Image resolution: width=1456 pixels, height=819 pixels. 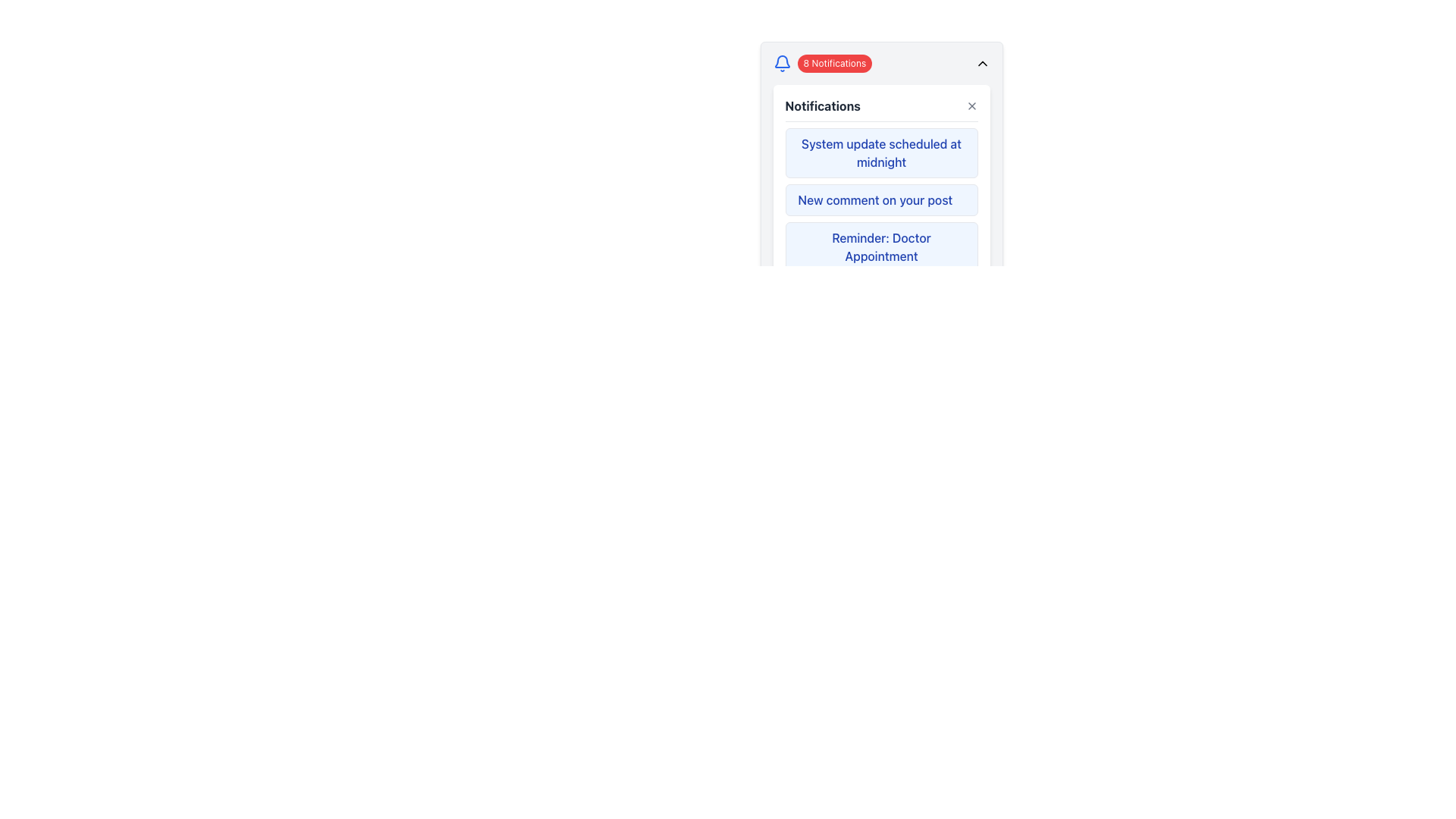 I want to click on the arrow on the Notification Bar, so click(x=881, y=63).